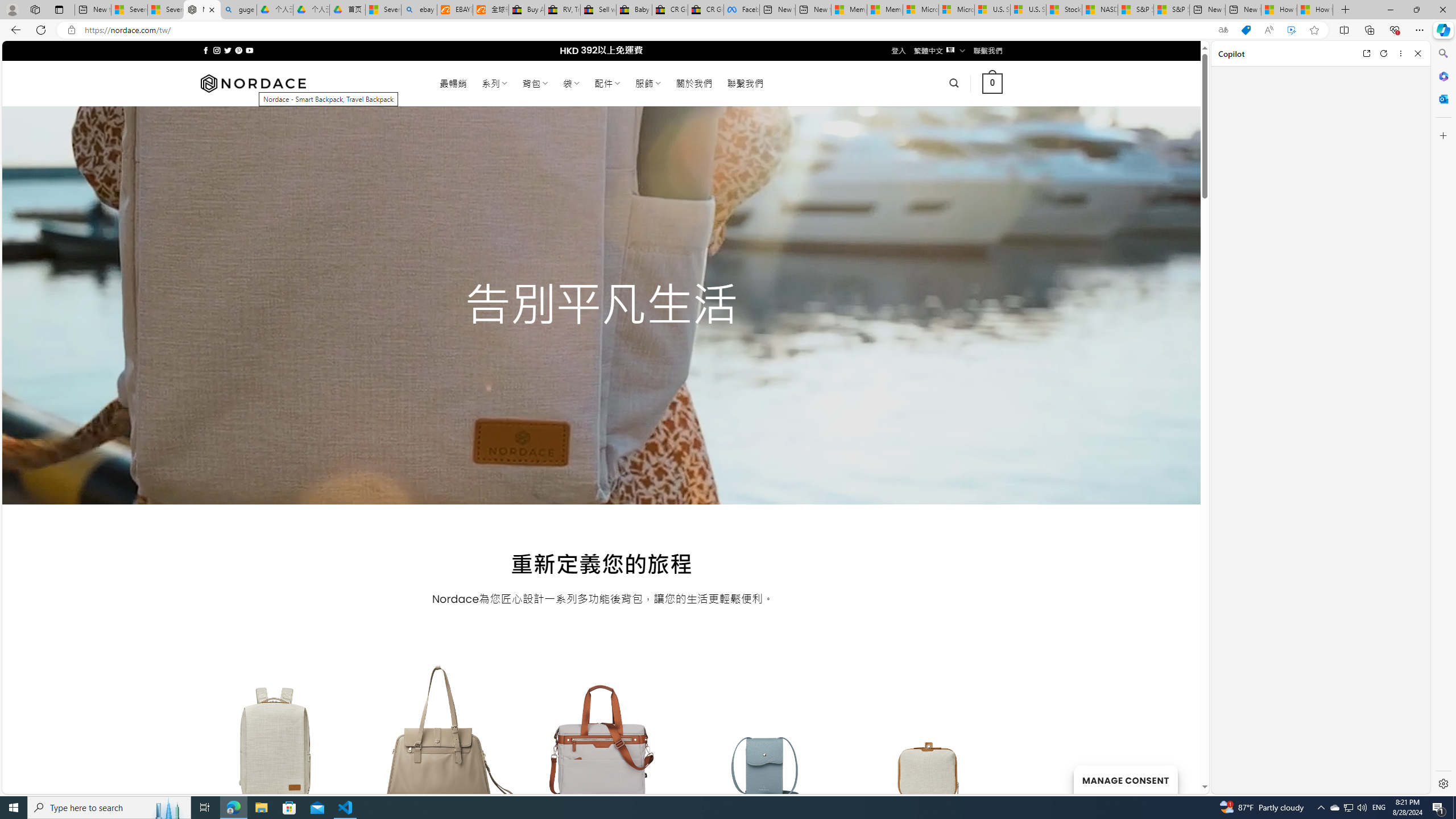 This screenshot has width=1456, height=819. I want to click on 'Side bar', so click(1443, 418).